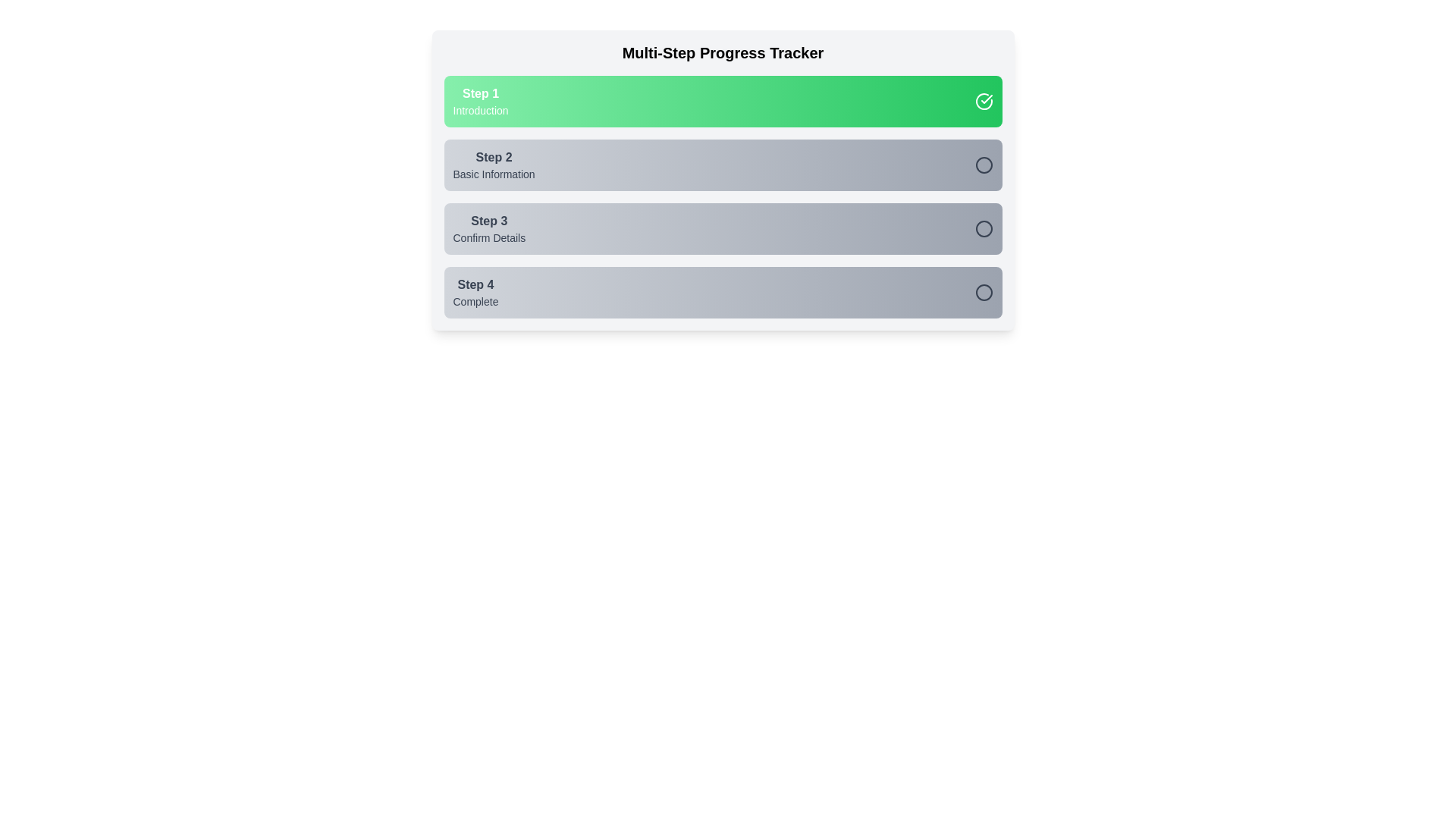 The image size is (1456, 819). Describe the element at coordinates (480, 102) in the screenshot. I see `the first step text label in the progress tracker, which is a composite text label indicating the current step with a gradient green background` at that location.